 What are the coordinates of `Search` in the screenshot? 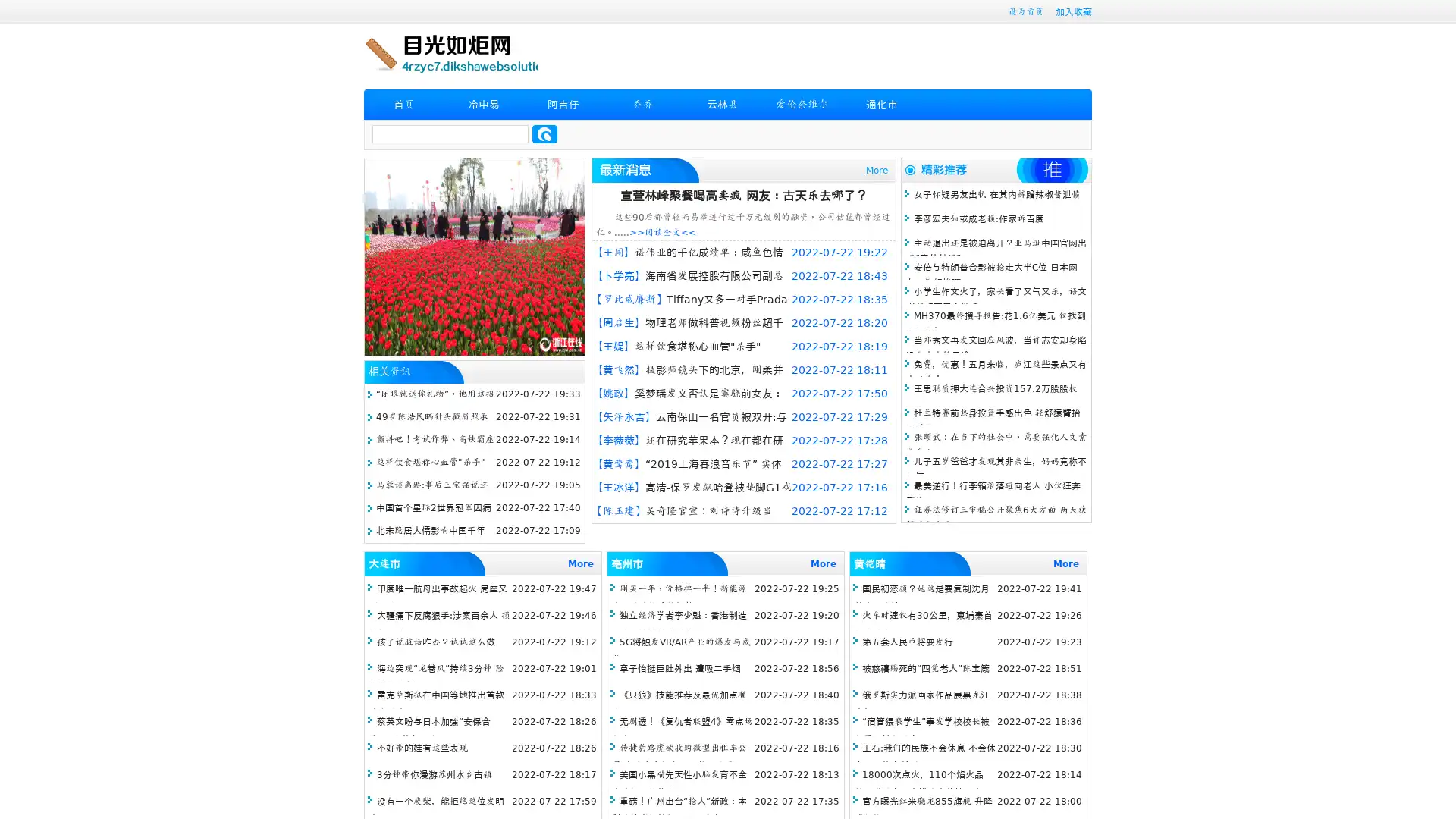 It's located at (544, 133).